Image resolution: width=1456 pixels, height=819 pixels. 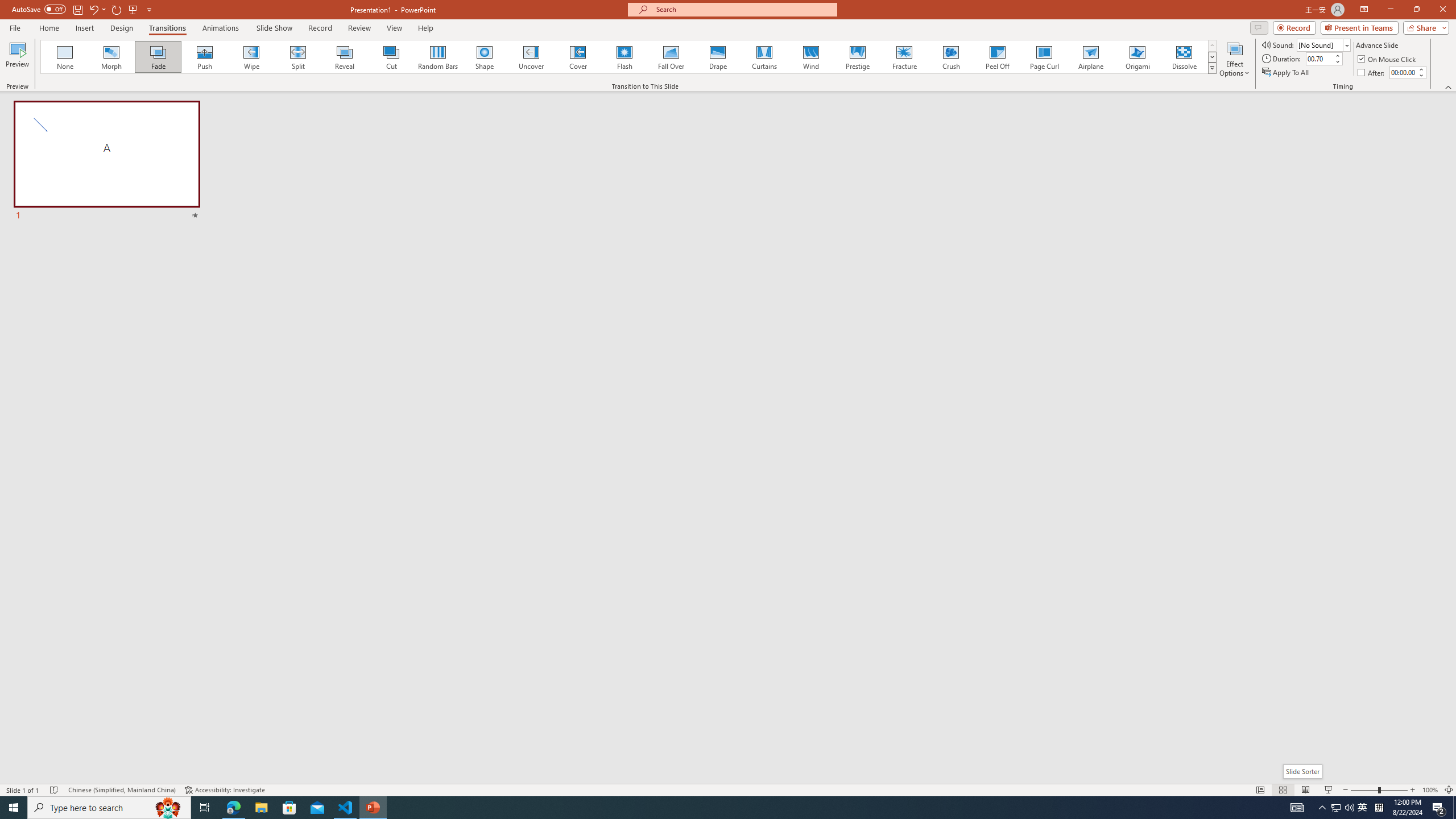 What do you see at coordinates (297, 56) in the screenshot?
I see `'Split'` at bounding box center [297, 56].